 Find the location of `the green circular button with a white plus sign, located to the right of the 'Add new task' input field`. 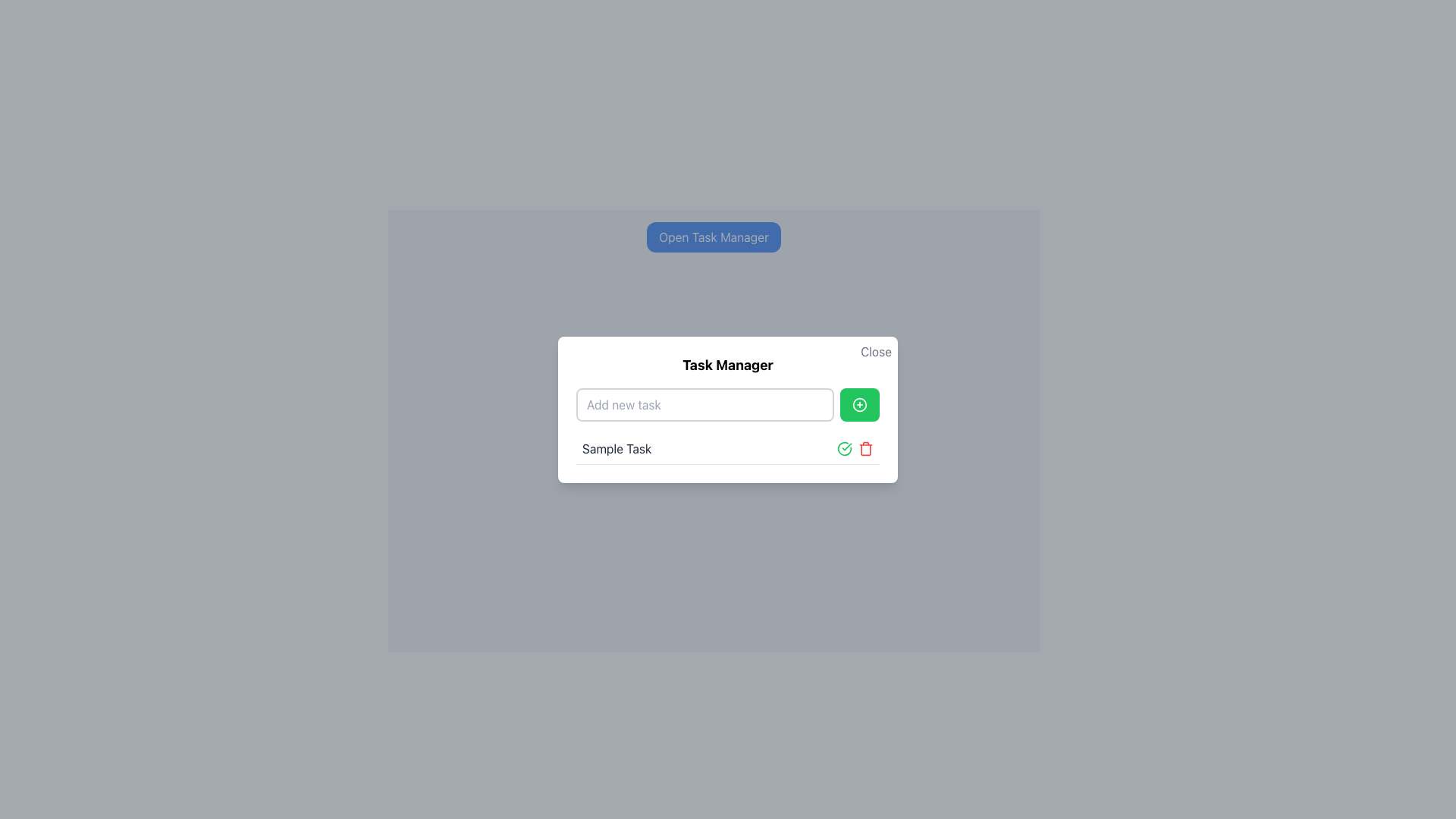

the green circular button with a white plus sign, located to the right of the 'Add new task' input field is located at coordinates (859, 403).